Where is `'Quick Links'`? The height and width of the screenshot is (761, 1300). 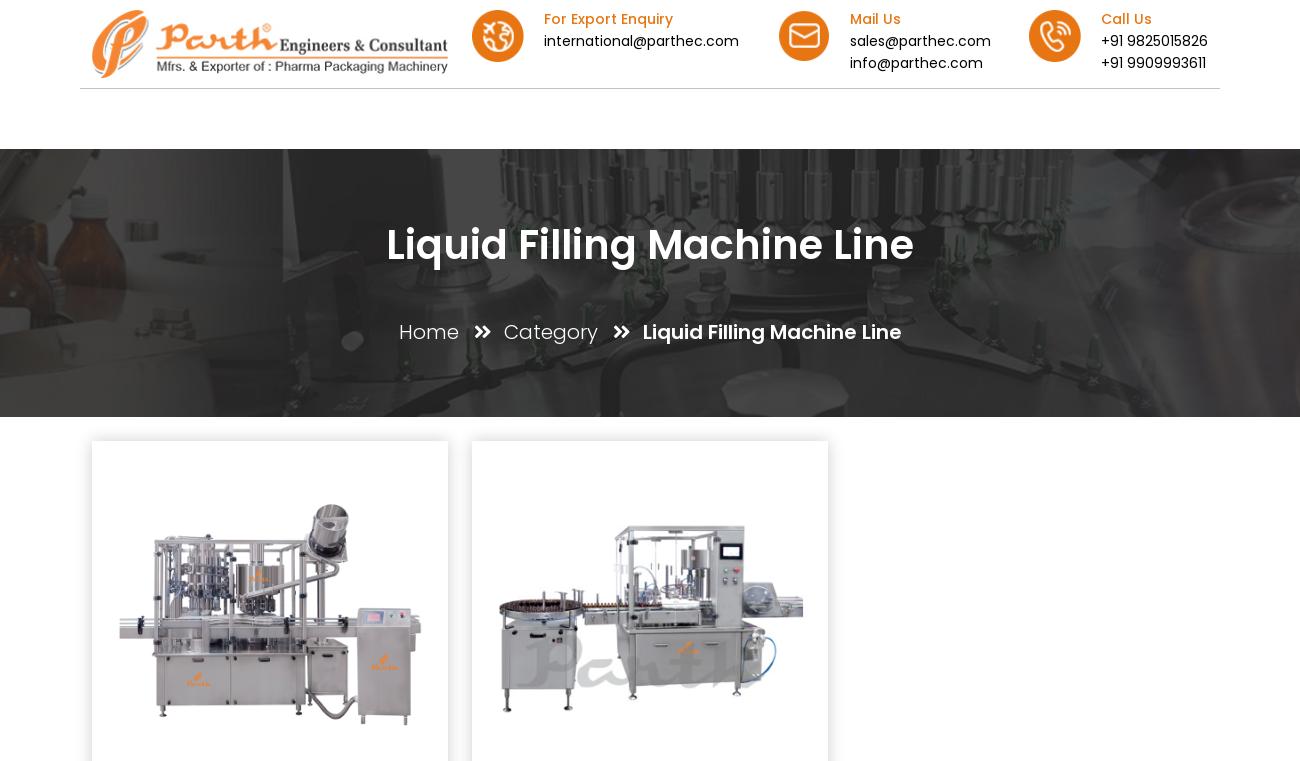 'Quick Links' is located at coordinates (964, 546).